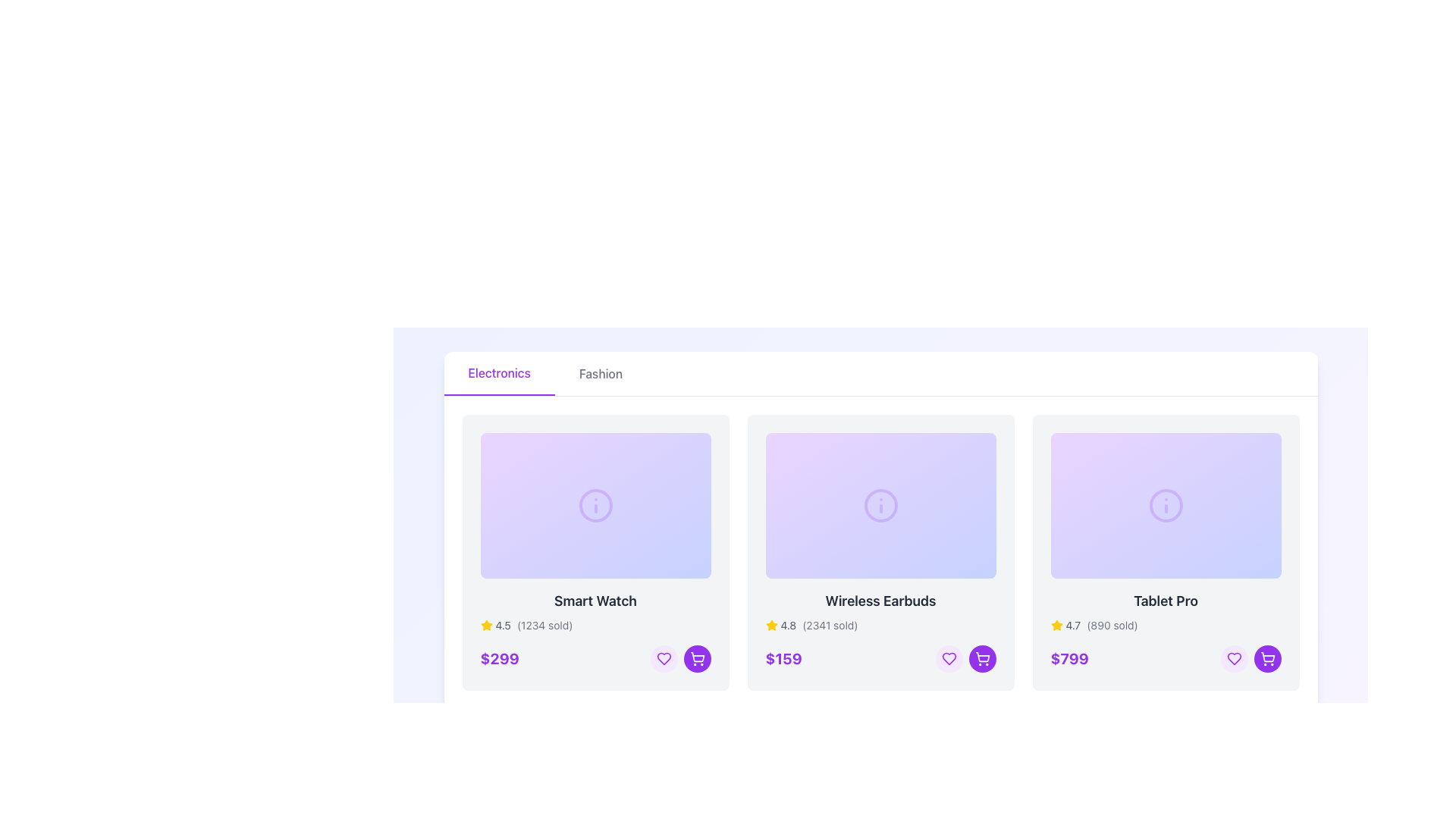 Image resolution: width=1456 pixels, height=819 pixels. I want to click on price information displayed below the product name and rating details for the 'Smart Watch', so click(595, 657).